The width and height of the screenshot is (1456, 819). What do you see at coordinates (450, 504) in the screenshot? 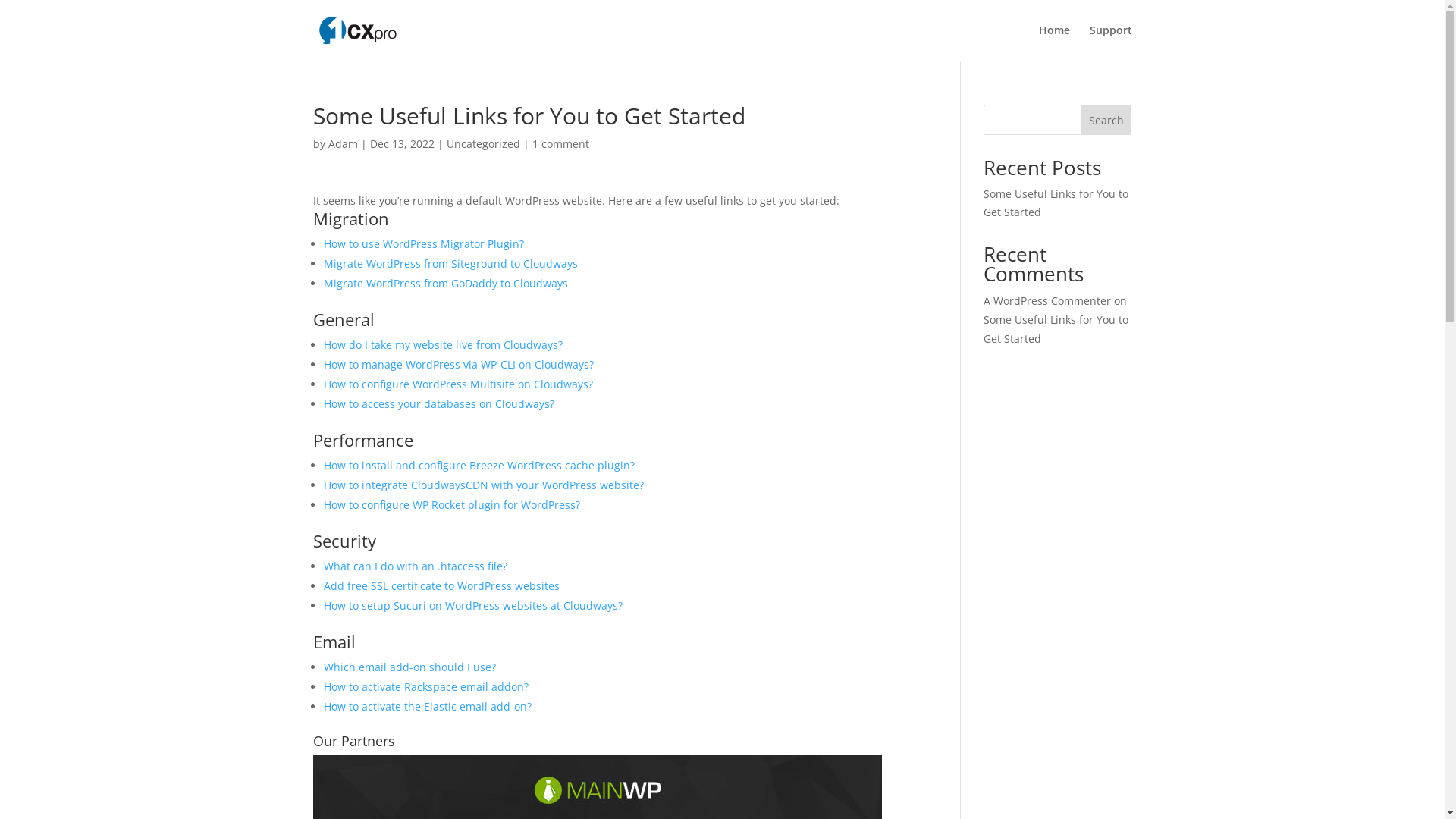
I see `'How to configure WP Rocket plugin for WordPress?'` at bounding box center [450, 504].